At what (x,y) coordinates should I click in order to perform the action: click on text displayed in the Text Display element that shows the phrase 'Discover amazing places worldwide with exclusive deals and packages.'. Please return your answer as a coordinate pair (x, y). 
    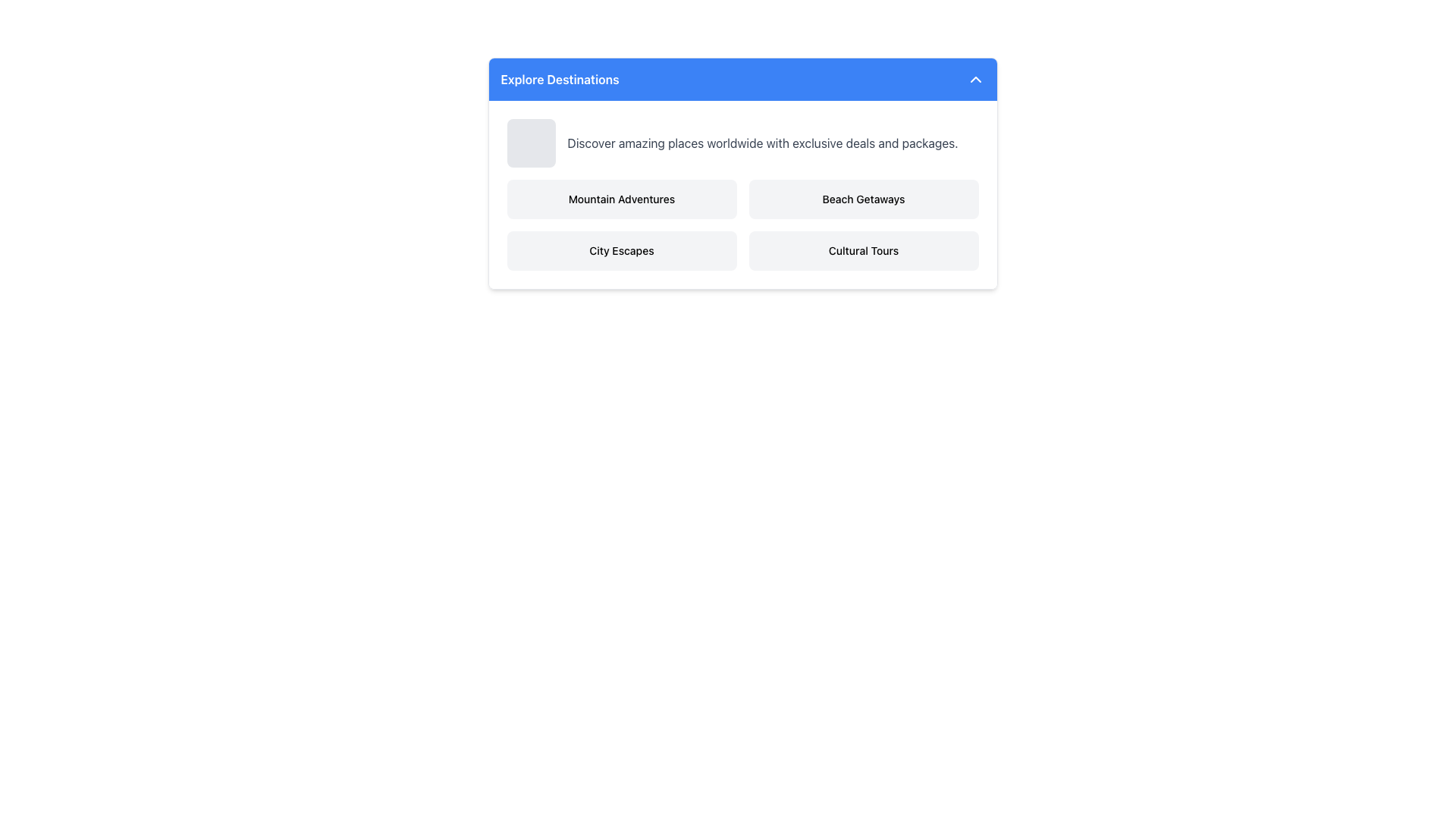
    Looking at the image, I should click on (763, 143).